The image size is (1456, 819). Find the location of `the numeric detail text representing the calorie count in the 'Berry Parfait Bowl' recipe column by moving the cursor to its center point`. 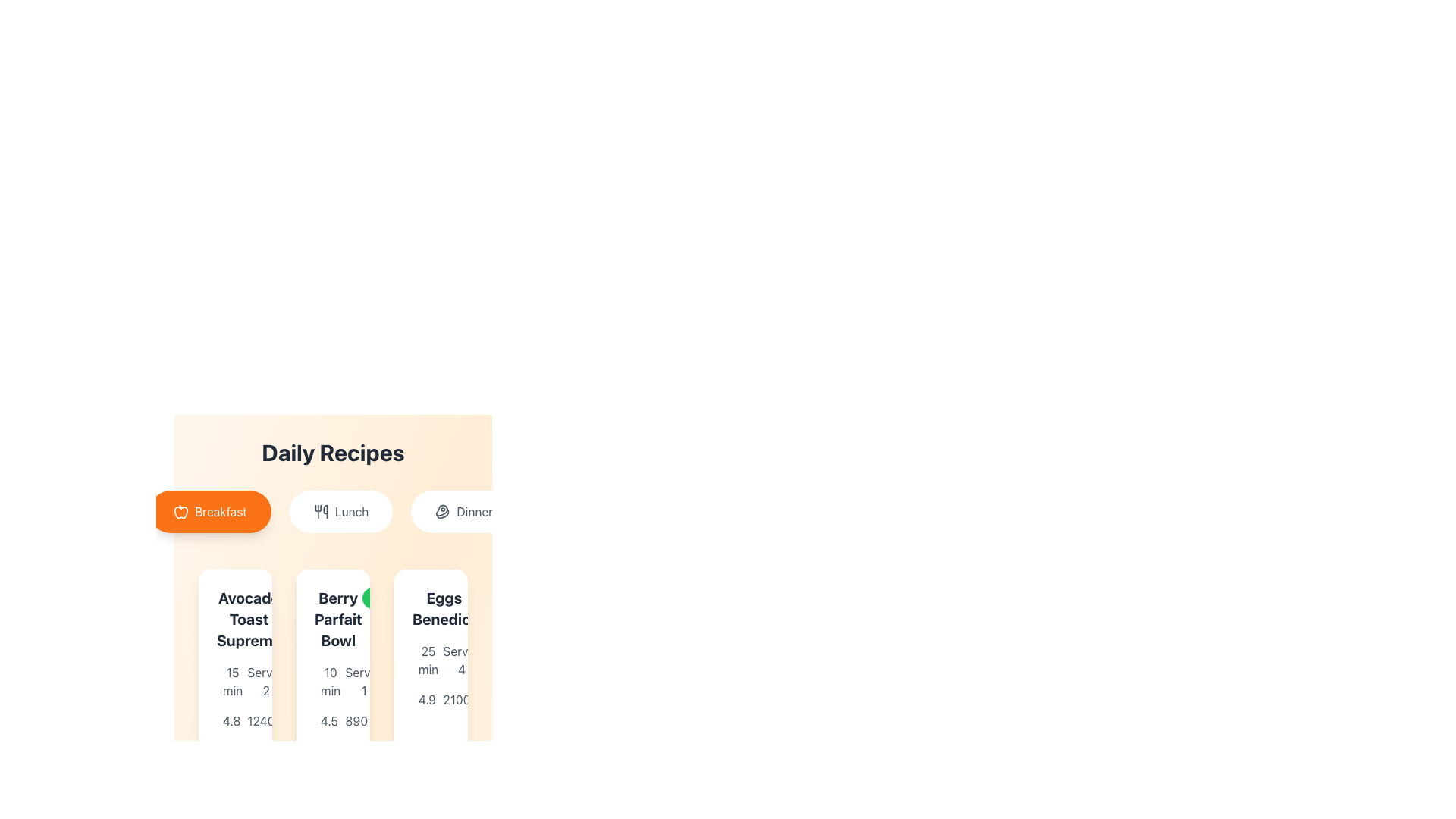

the numeric detail text representing the calorie count in the 'Berry Parfait Bowl' recipe column by moving the cursor to its center point is located at coordinates (356, 720).